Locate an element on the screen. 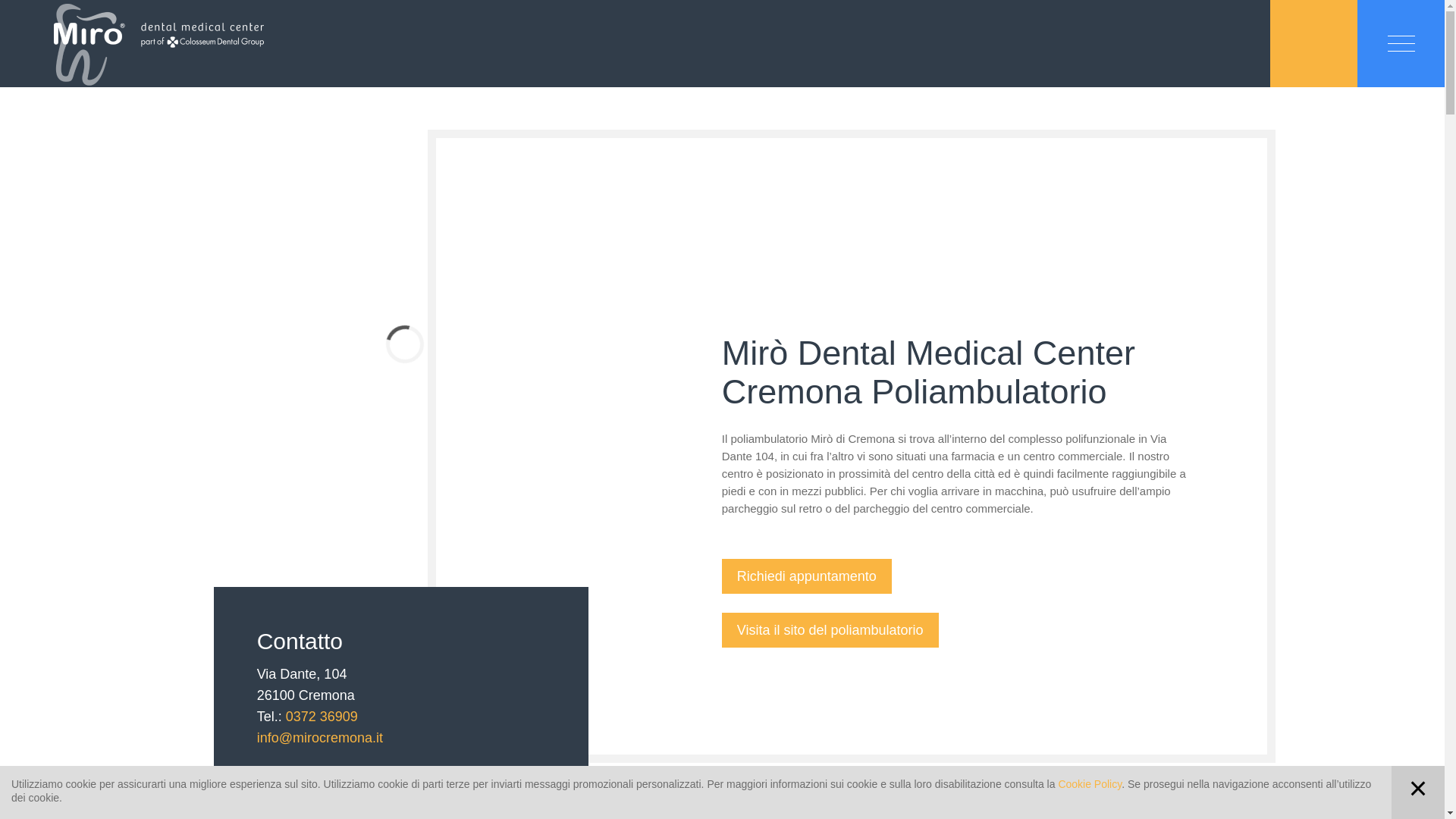  '0372 36909' is located at coordinates (321, 717).